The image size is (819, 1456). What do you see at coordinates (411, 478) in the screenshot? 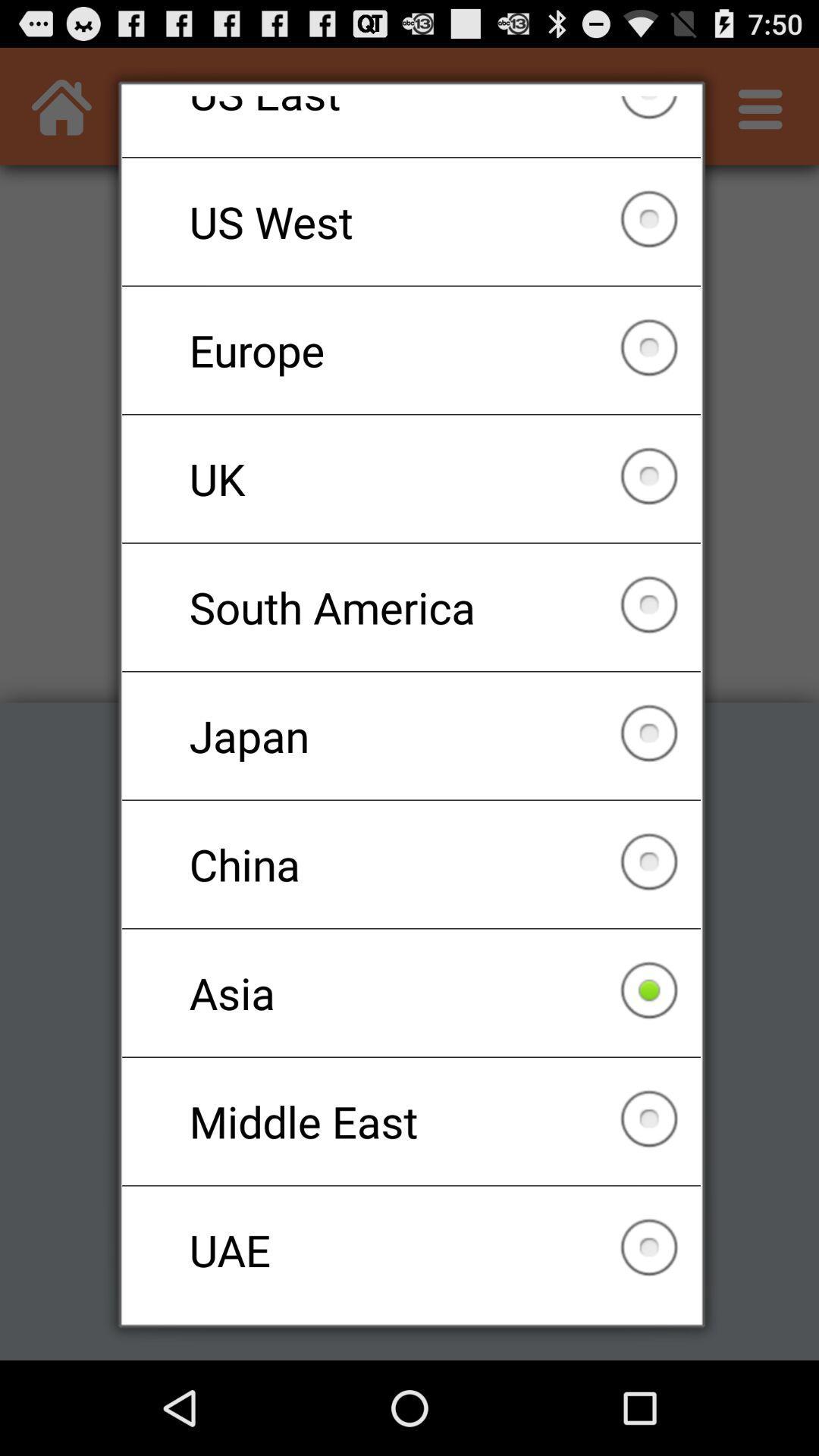
I see `item above the     south america checkbox` at bounding box center [411, 478].